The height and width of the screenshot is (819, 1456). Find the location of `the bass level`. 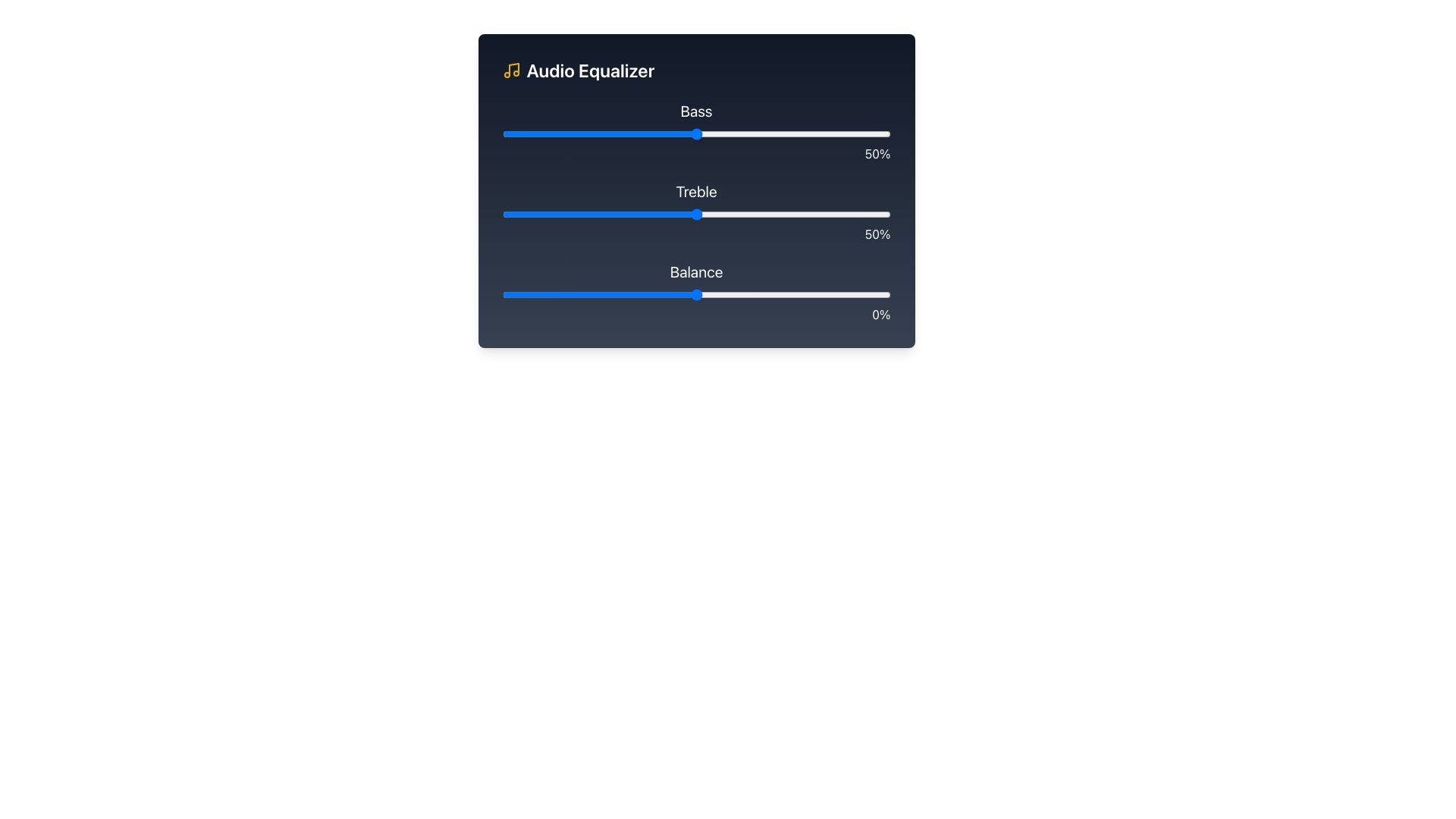

the bass level is located at coordinates (786, 133).